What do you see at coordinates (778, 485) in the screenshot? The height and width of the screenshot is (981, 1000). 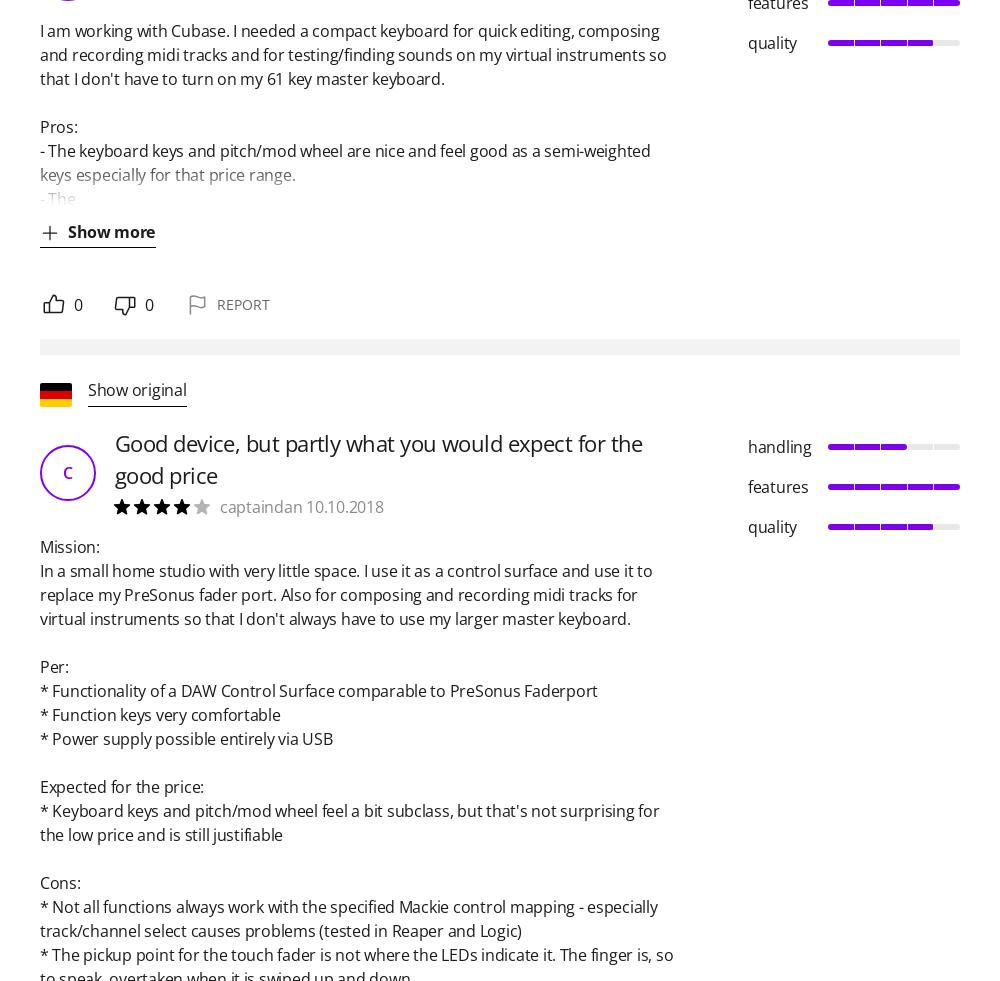 I see `'features'` at bounding box center [778, 485].